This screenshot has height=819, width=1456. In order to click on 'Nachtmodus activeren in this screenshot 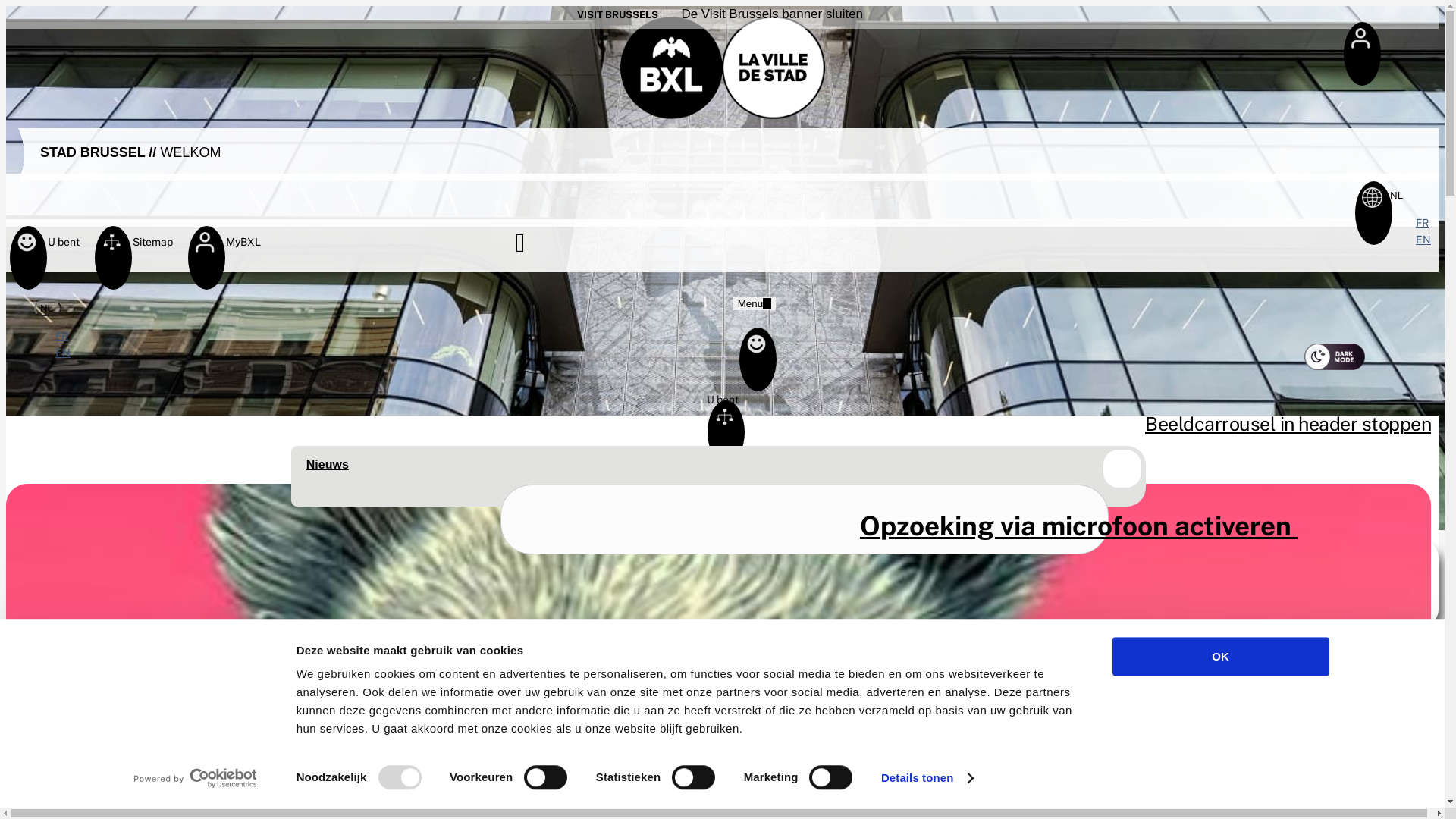, I will do `click(1303, 356)`.